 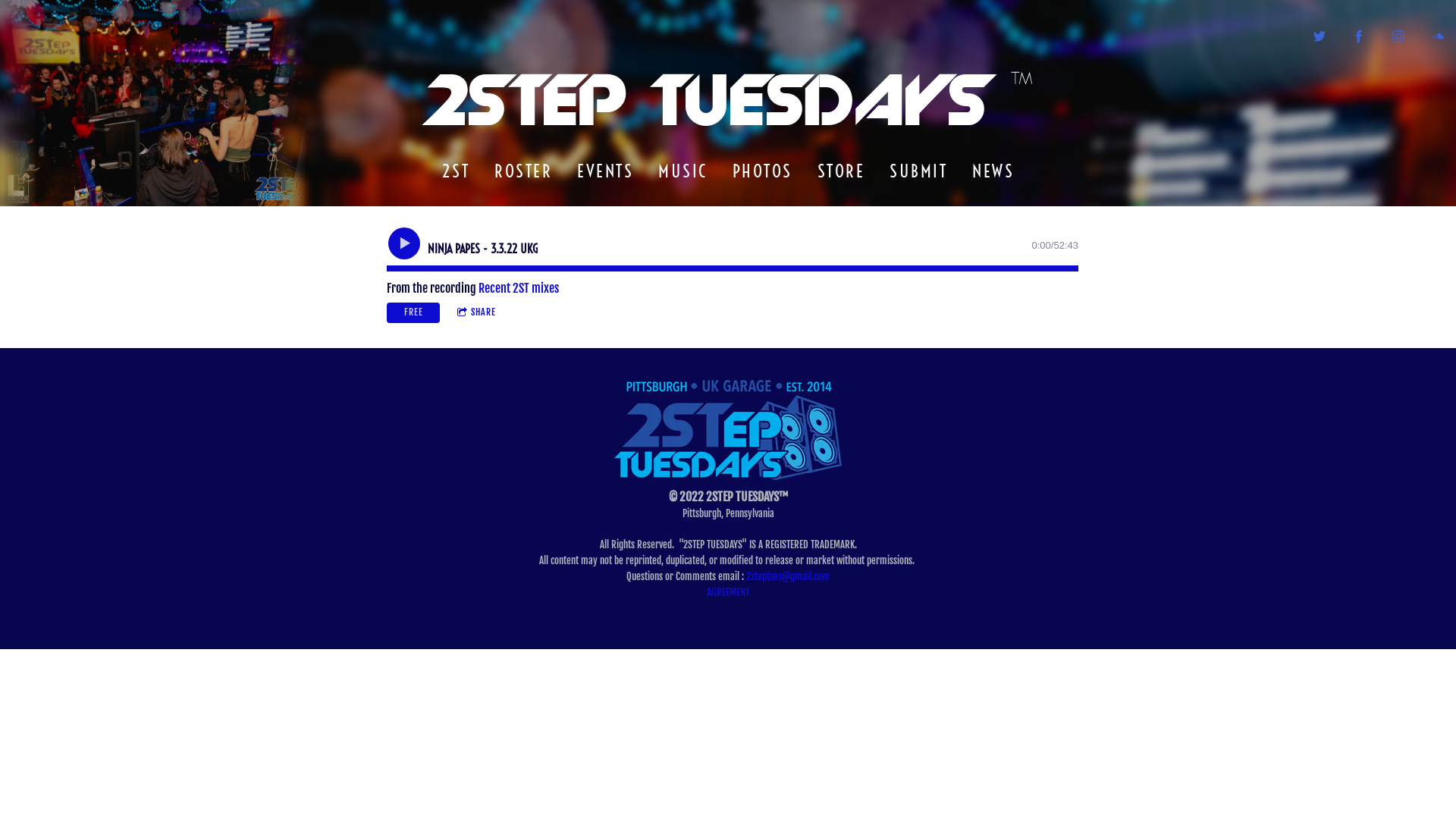 I want to click on 'FREE', so click(x=413, y=312).